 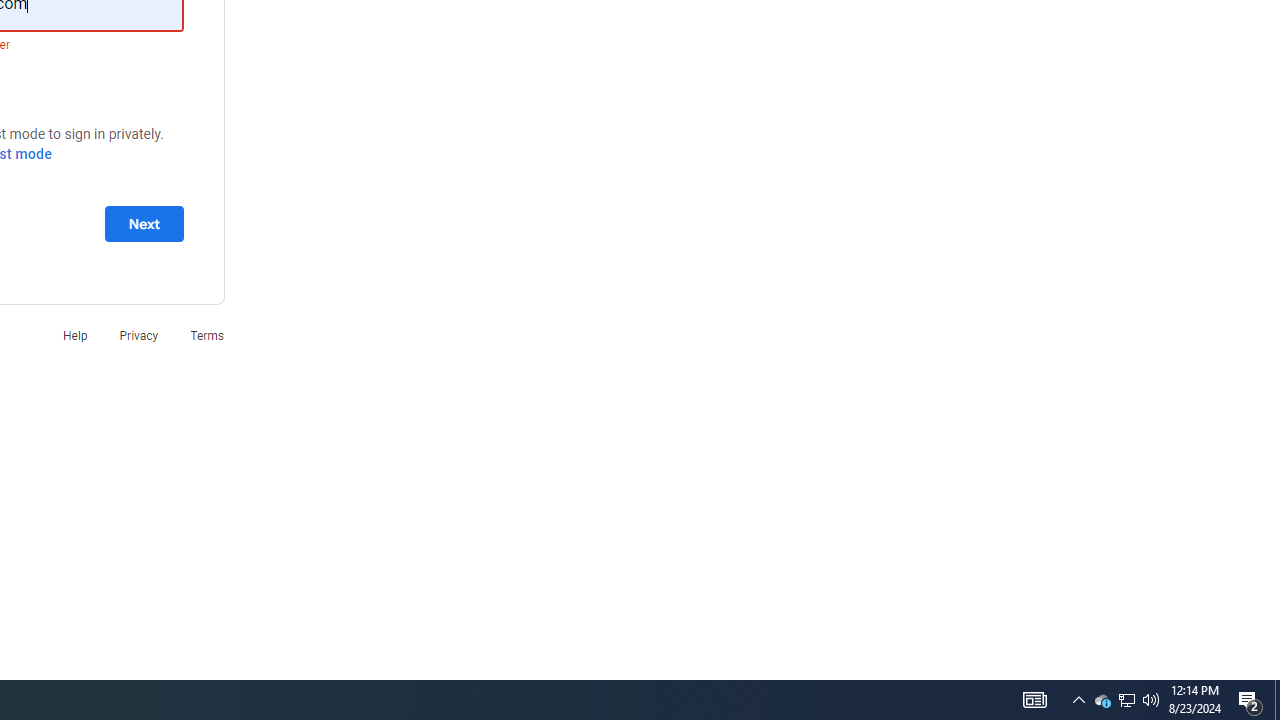 I want to click on 'Terms', so click(x=207, y=334).